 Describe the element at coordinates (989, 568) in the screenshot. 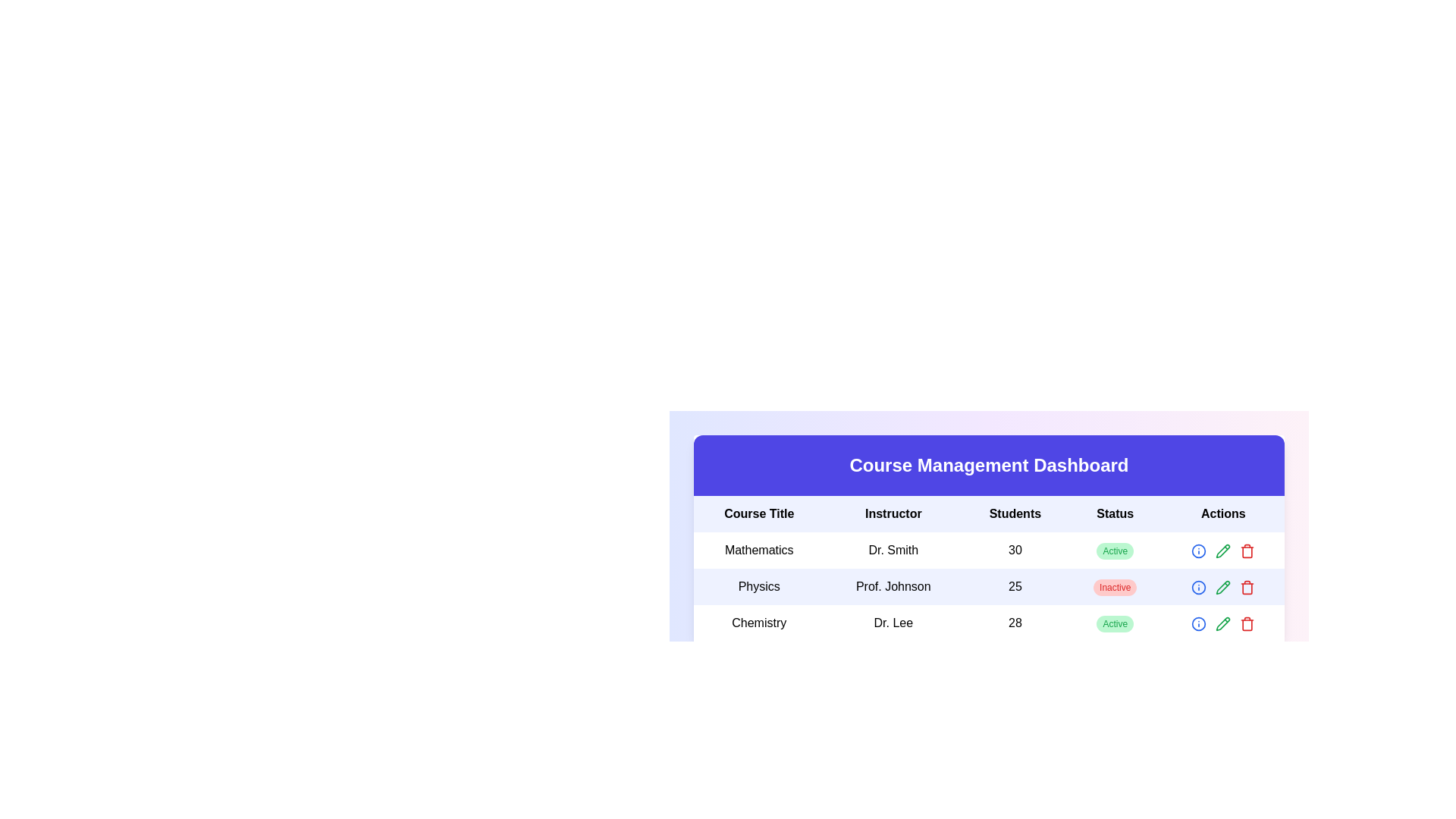

I see `on the table cell displaying the number of students enrolled in the 'Physics' course located in the second row under the 'Students' column of the Course Management Dashboard` at that location.